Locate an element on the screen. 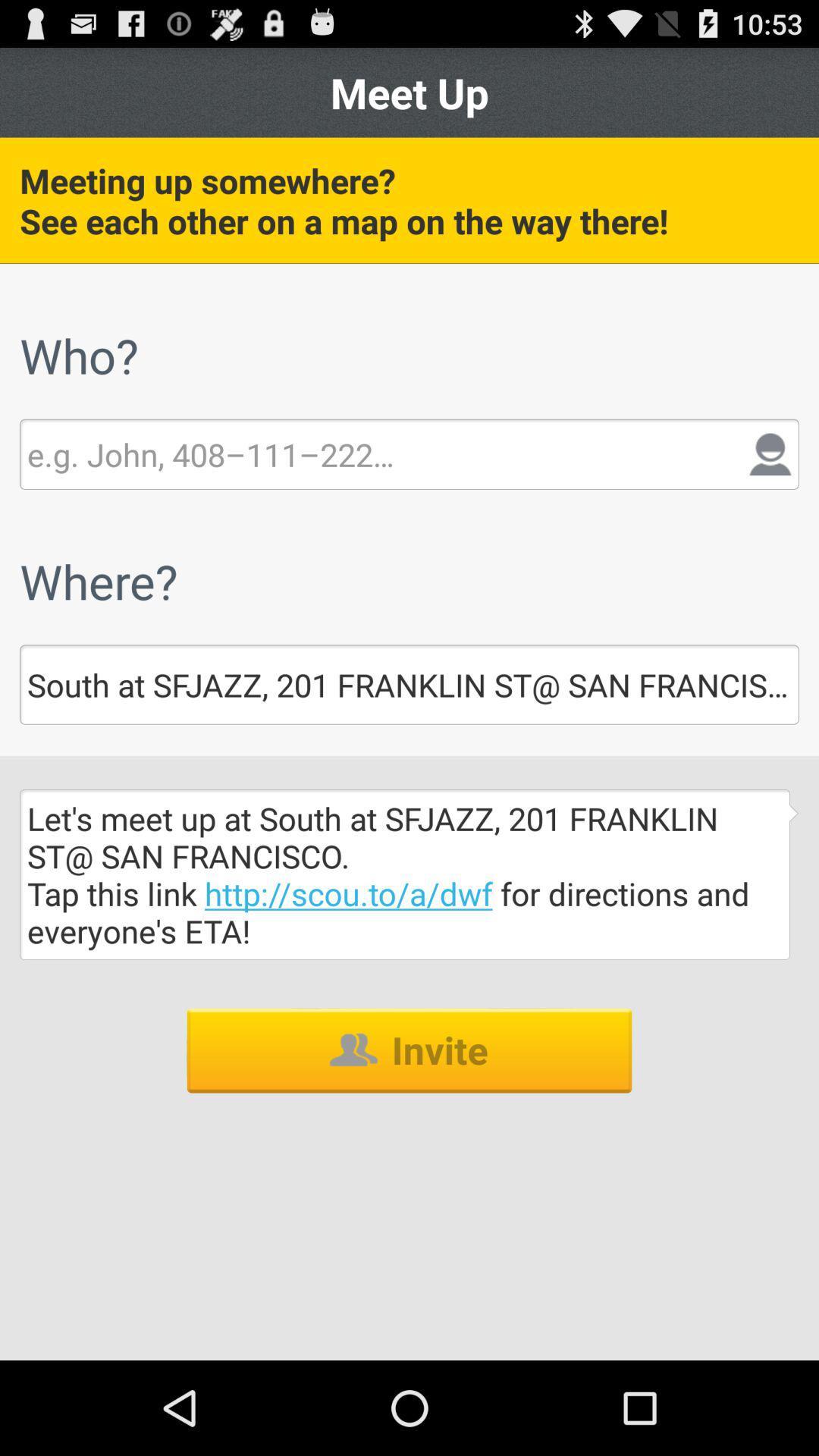 The height and width of the screenshot is (1456, 819). type name of person is located at coordinates (210, 453).